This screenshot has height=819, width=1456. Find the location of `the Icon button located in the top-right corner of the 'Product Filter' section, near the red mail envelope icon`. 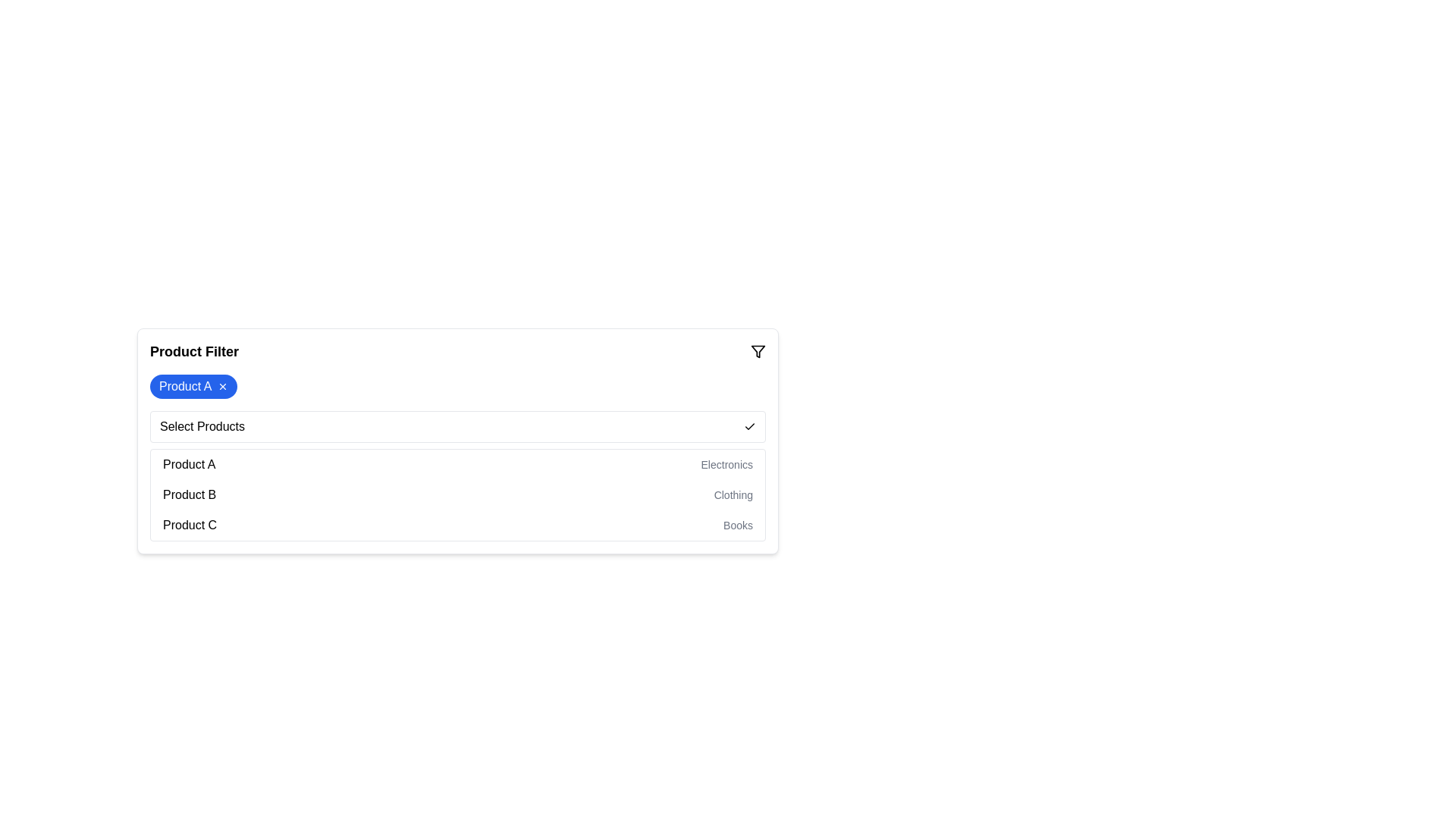

the Icon button located in the top-right corner of the 'Product Filter' section, near the red mail envelope icon is located at coordinates (758, 351).